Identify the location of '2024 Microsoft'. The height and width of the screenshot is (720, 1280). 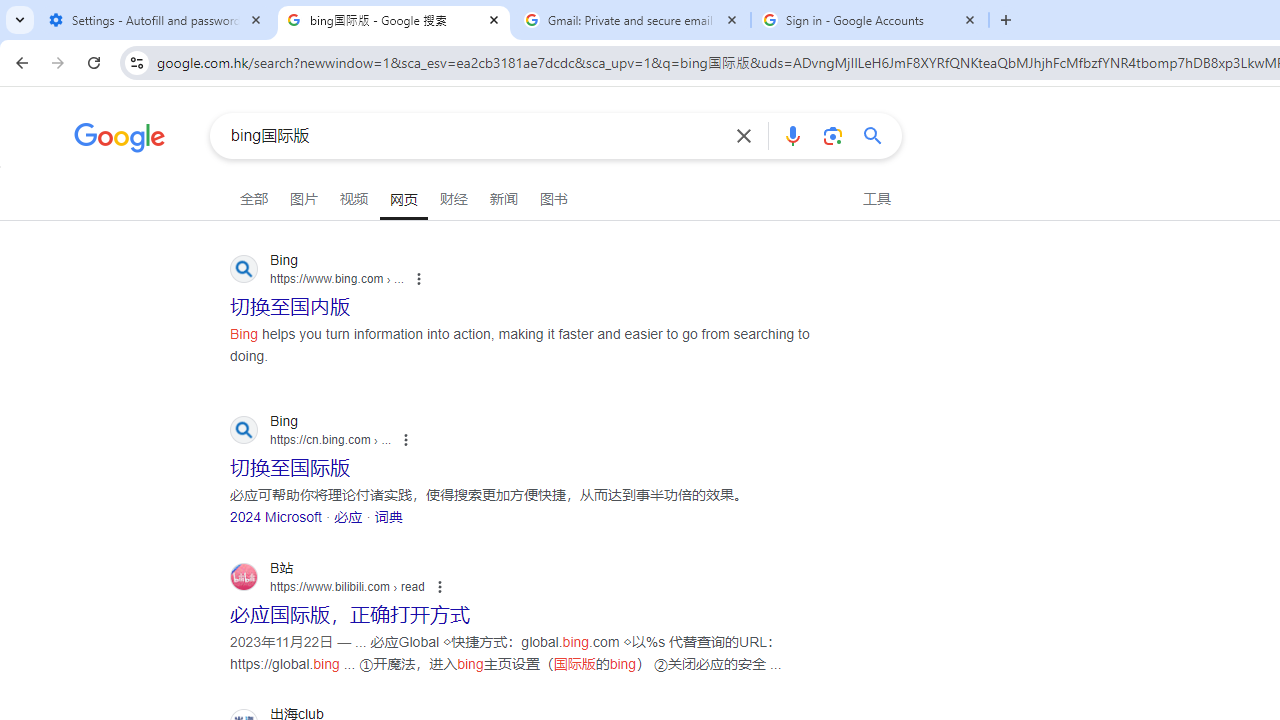
(275, 515).